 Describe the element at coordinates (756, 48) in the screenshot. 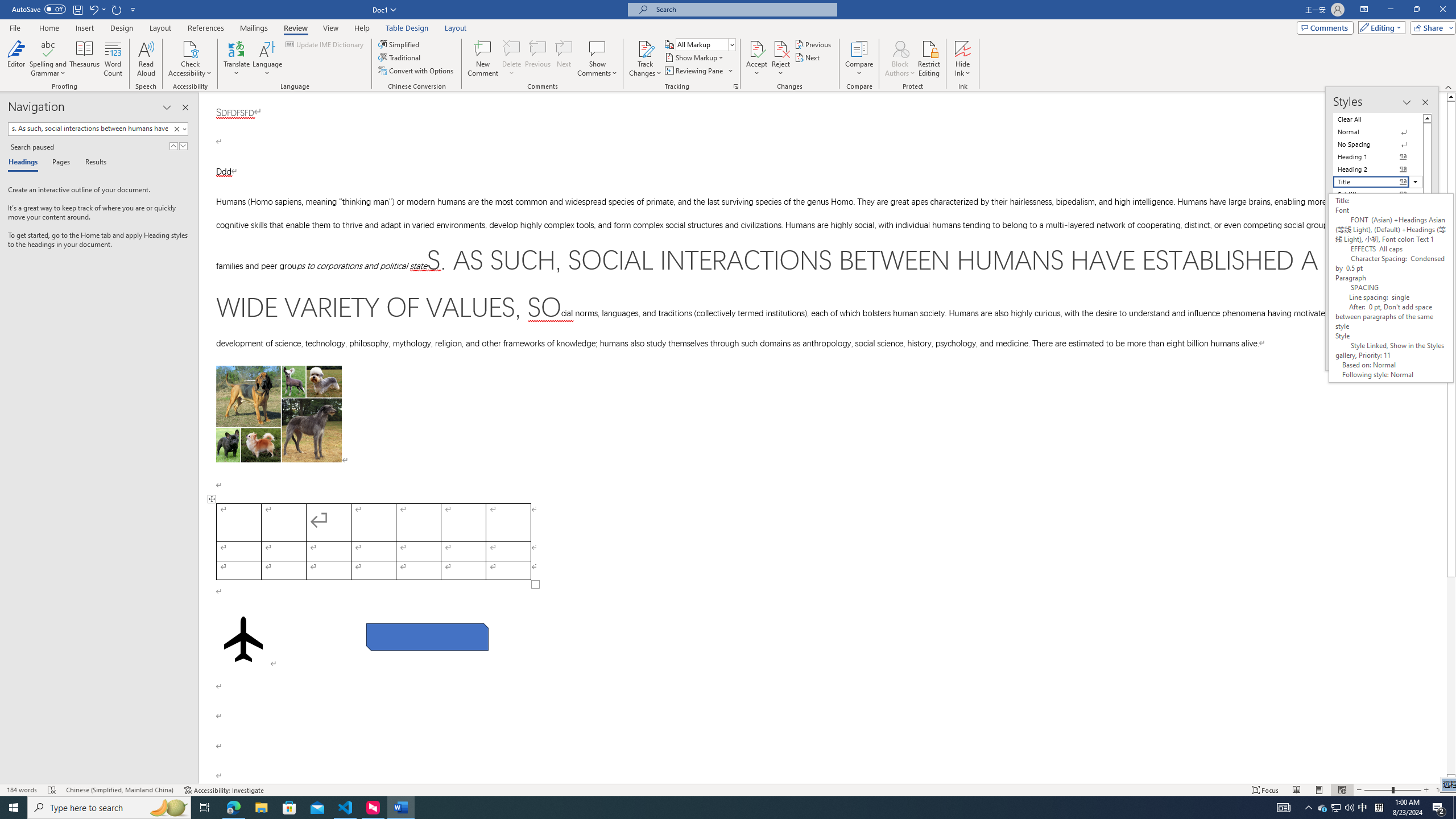

I see `'Accept and Move to Next'` at that location.